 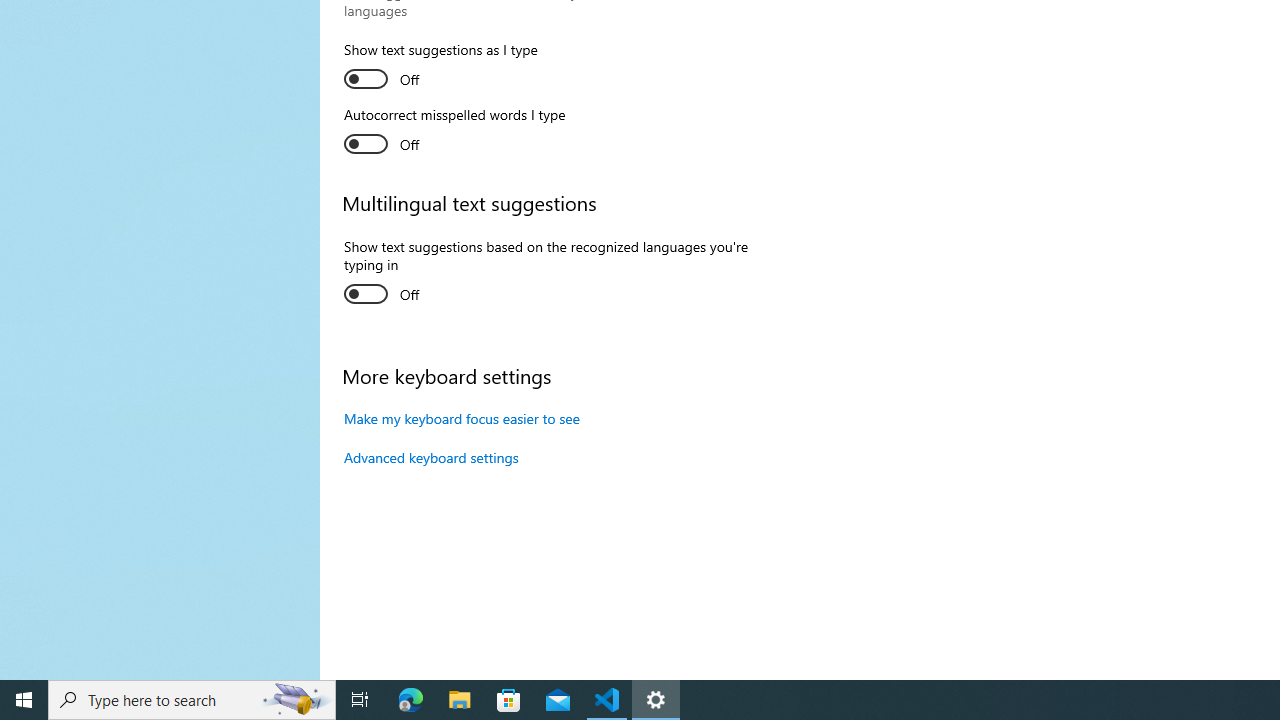 I want to click on 'File Explorer', so click(x=459, y=698).